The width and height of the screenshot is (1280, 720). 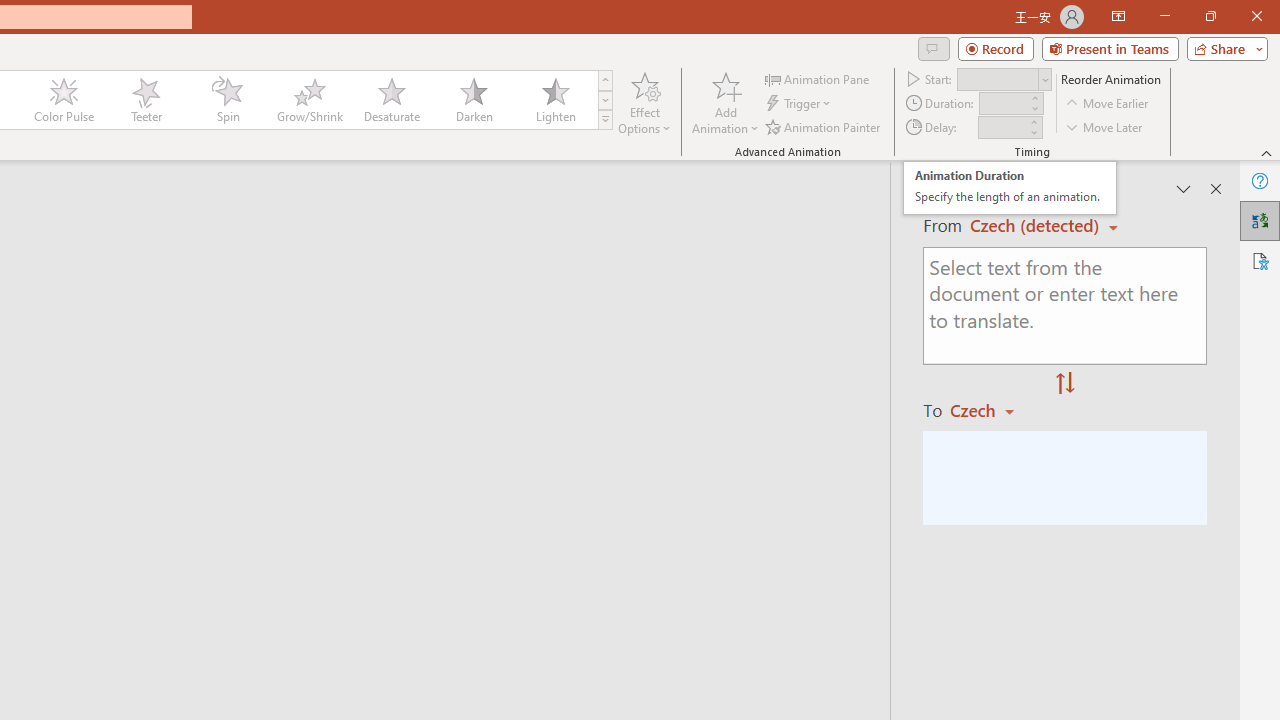 What do you see at coordinates (227, 100) in the screenshot?
I see `'Spin'` at bounding box center [227, 100].